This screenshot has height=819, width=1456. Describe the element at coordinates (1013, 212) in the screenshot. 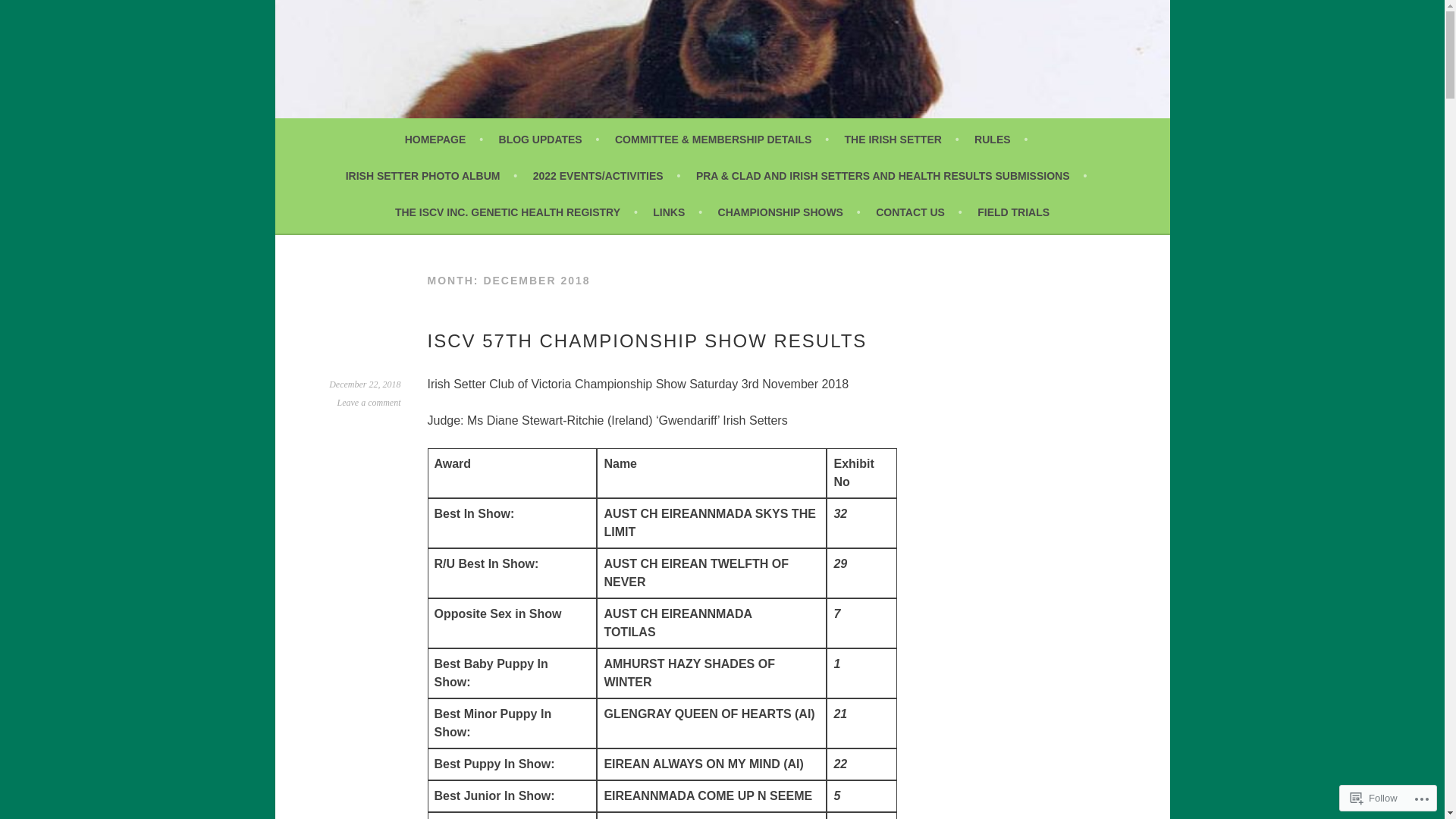

I see `'FIELD TRIALS'` at that location.